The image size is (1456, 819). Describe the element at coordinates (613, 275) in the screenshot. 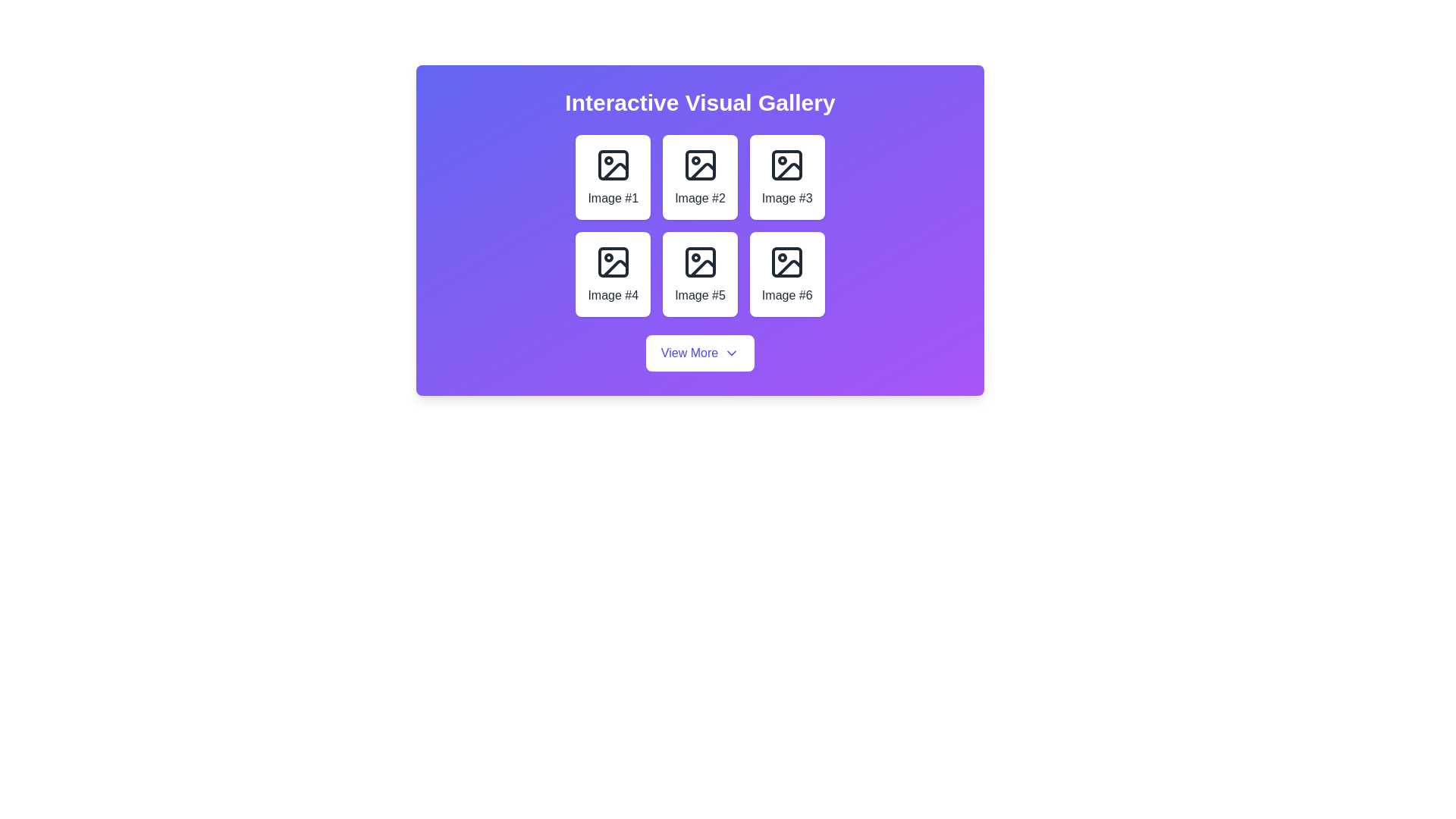

I see `the card item labeled 'Image #4' which is styled with a white background and rounded corners, located in the second row, first column of the grid layout` at that location.